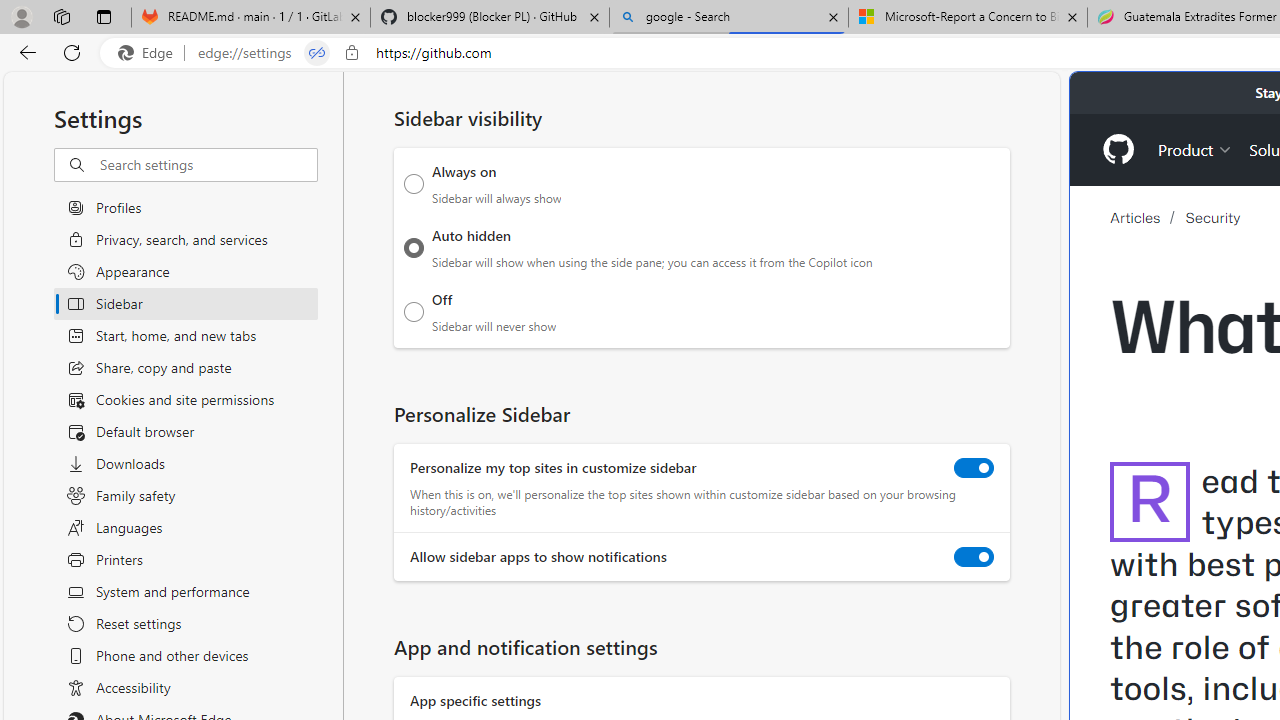 Image resolution: width=1280 pixels, height=720 pixels. Describe the element at coordinates (413, 311) in the screenshot. I see `'Off Sidebar will never show'` at that location.